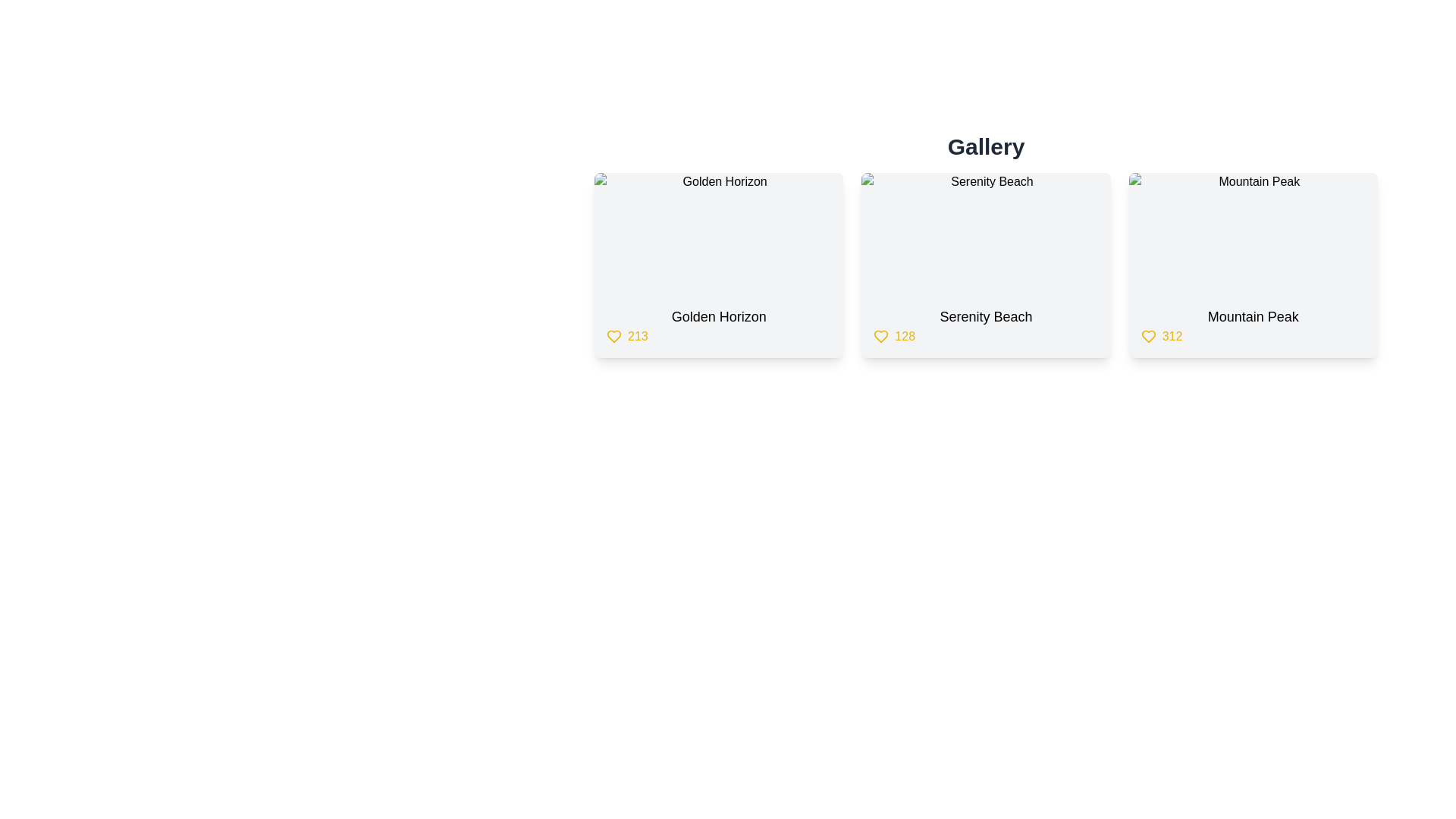  What do you see at coordinates (986, 234) in the screenshot?
I see `the image displaying 'Serenity Beach'` at bounding box center [986, 234].